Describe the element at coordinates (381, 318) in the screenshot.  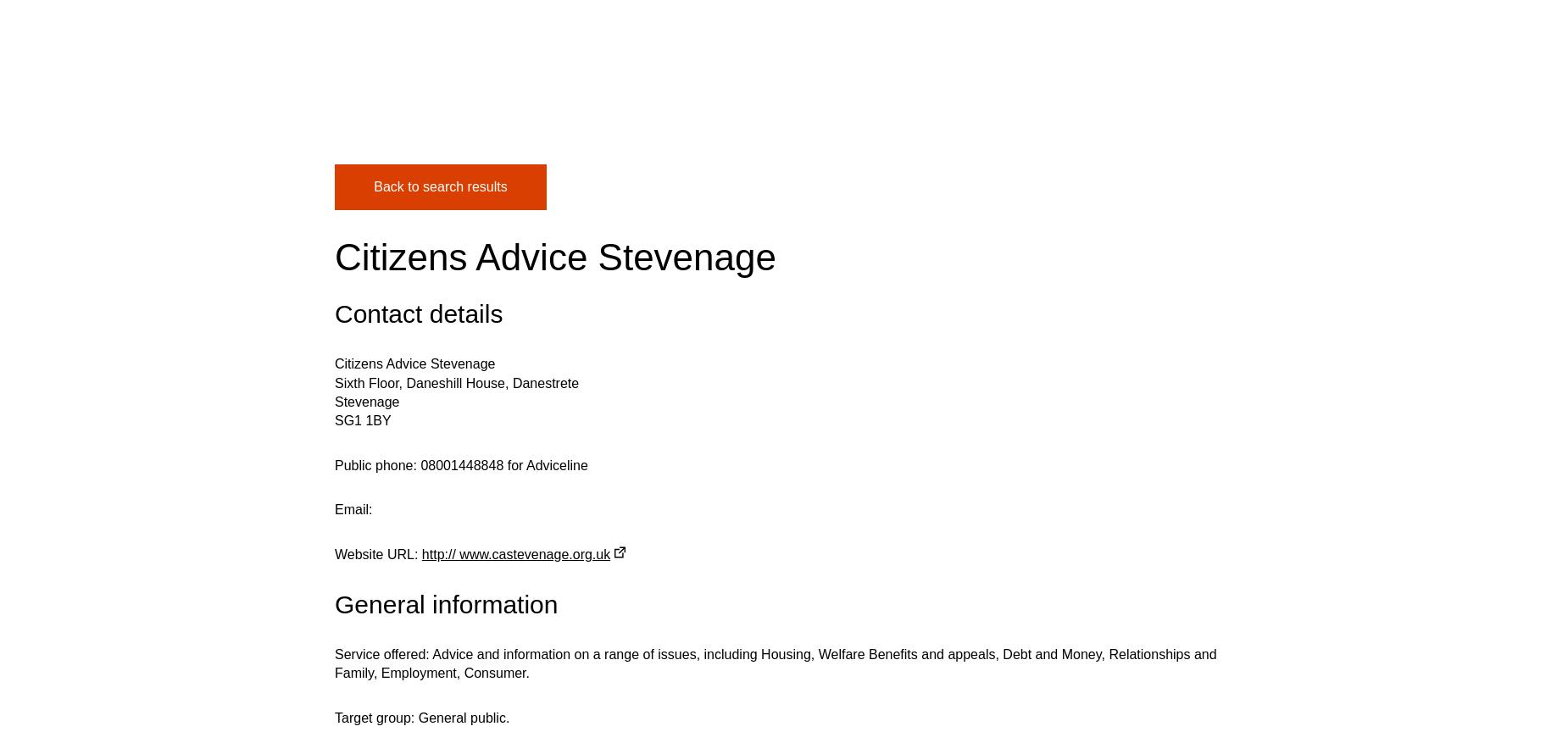
I see `'Charity number:'` at that location.